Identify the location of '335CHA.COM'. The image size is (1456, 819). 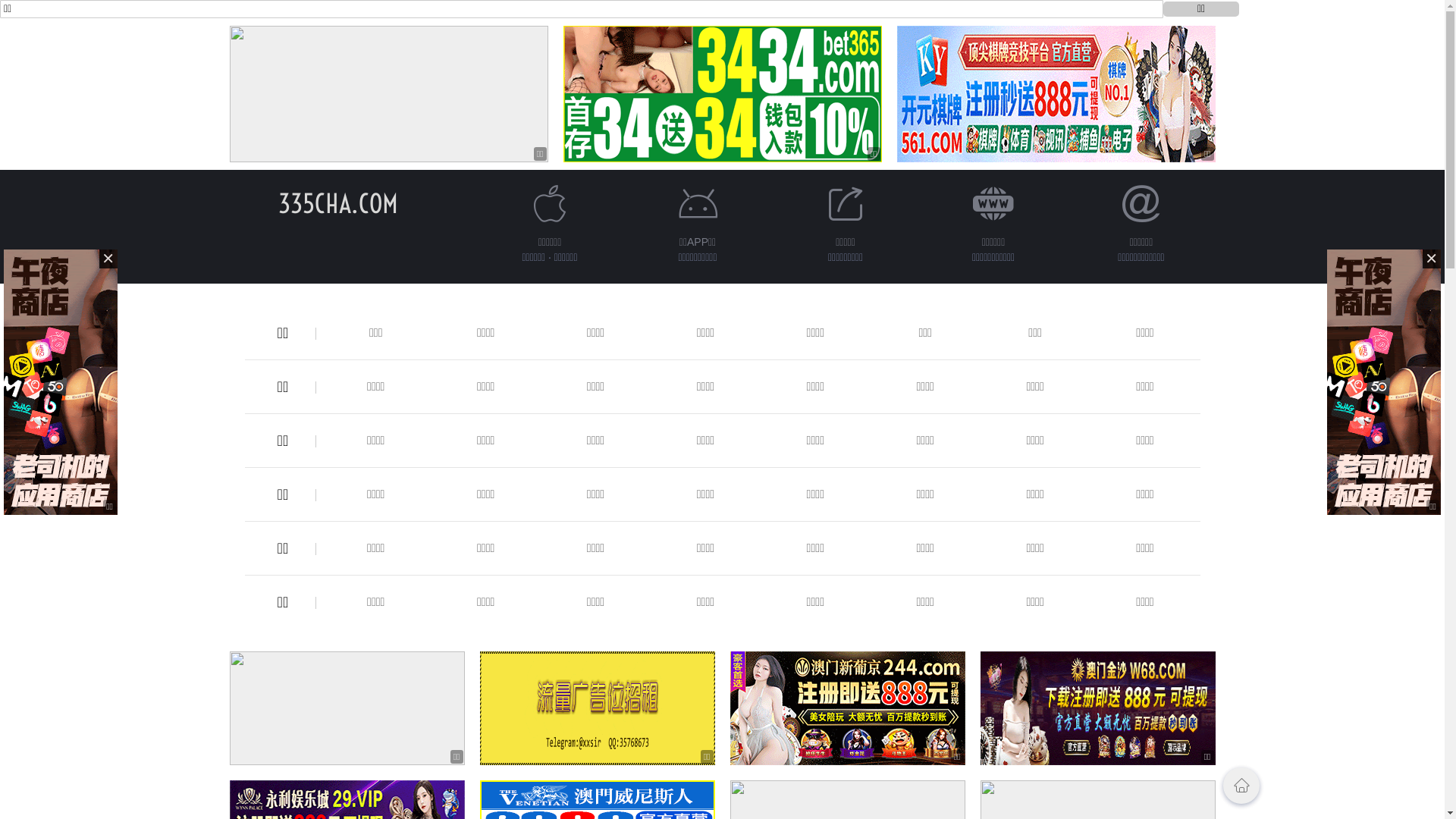
(337, 202).